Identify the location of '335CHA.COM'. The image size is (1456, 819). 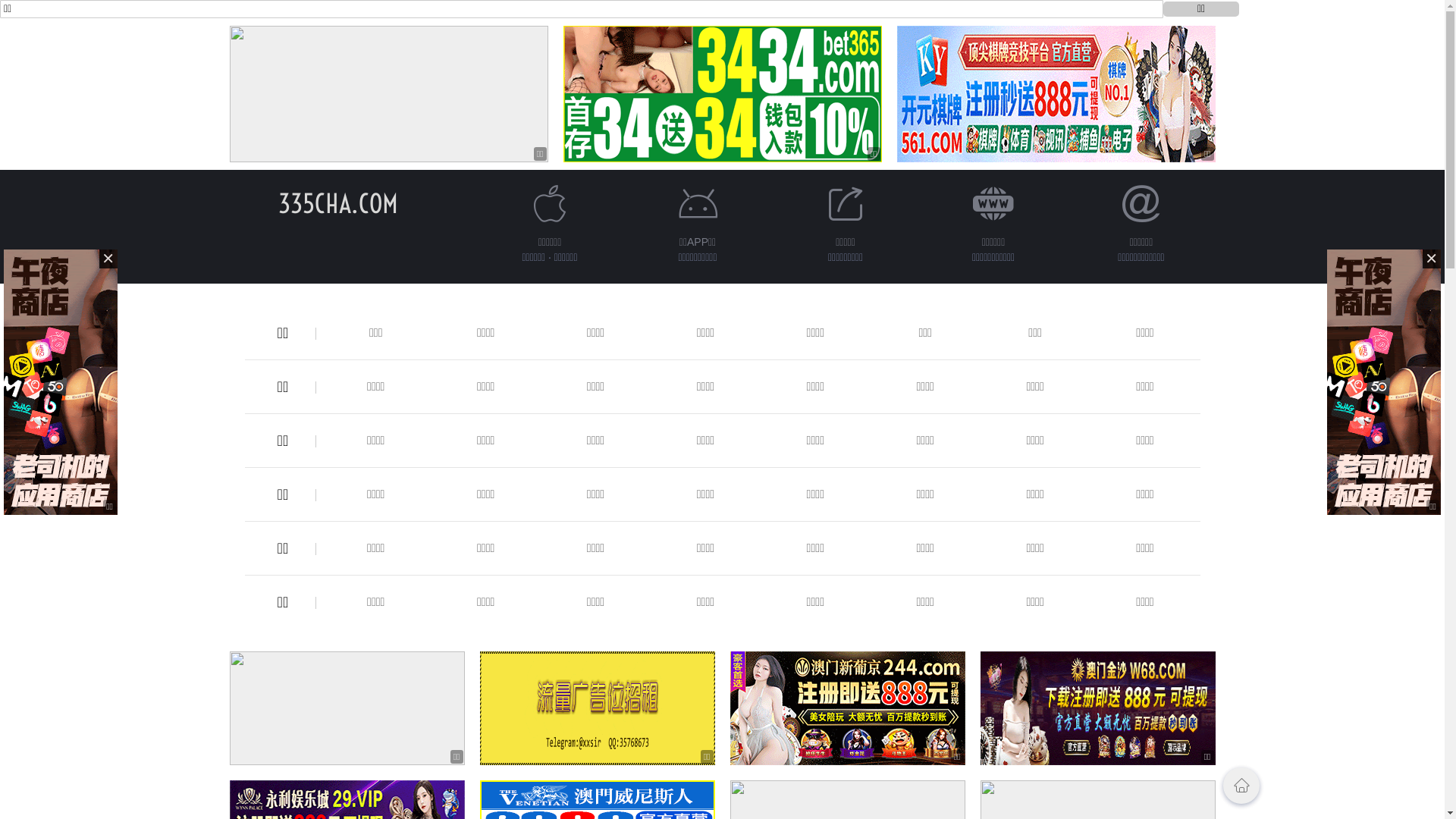
(337, 202).